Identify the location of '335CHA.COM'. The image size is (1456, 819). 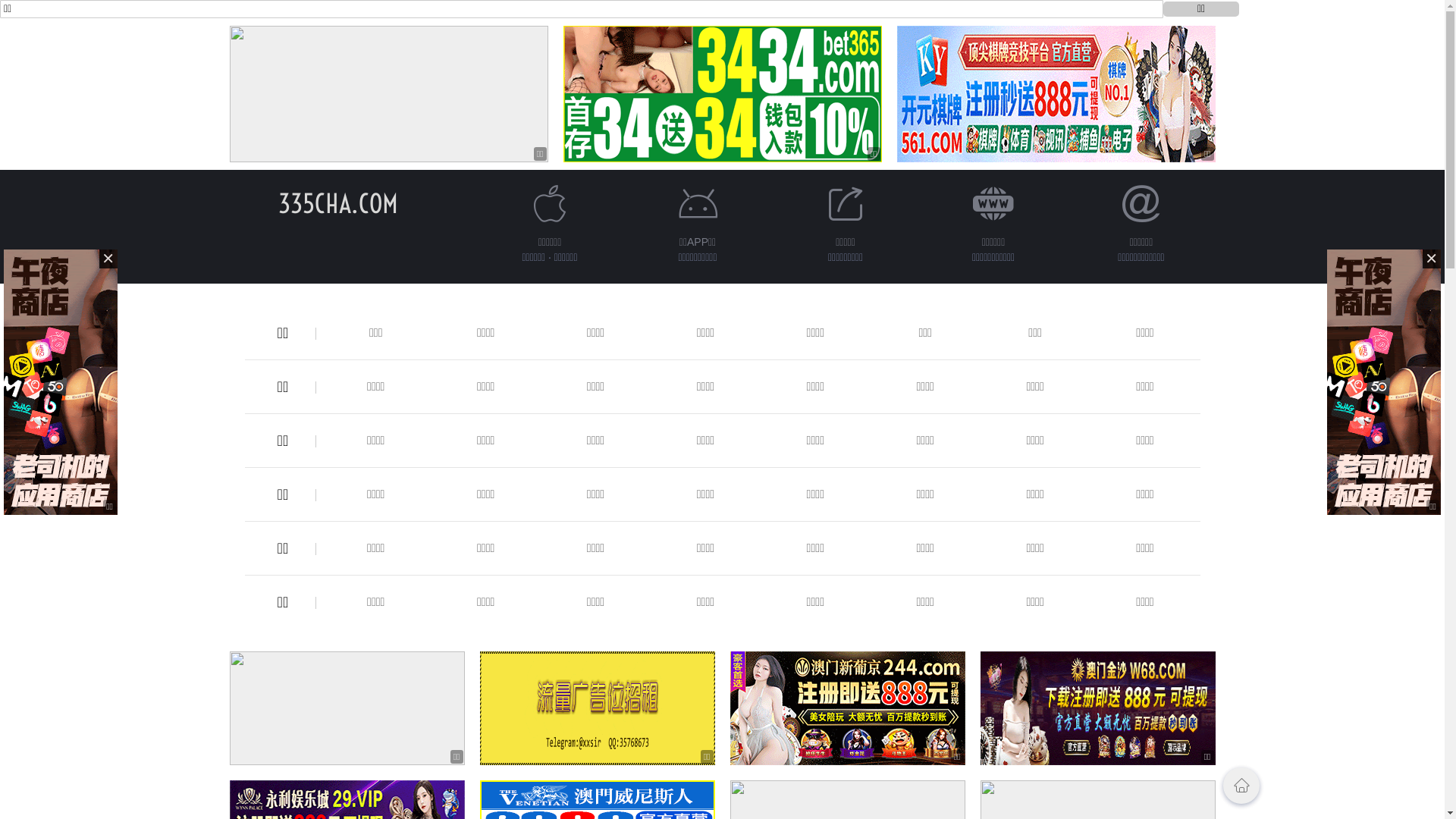
(337, 202).